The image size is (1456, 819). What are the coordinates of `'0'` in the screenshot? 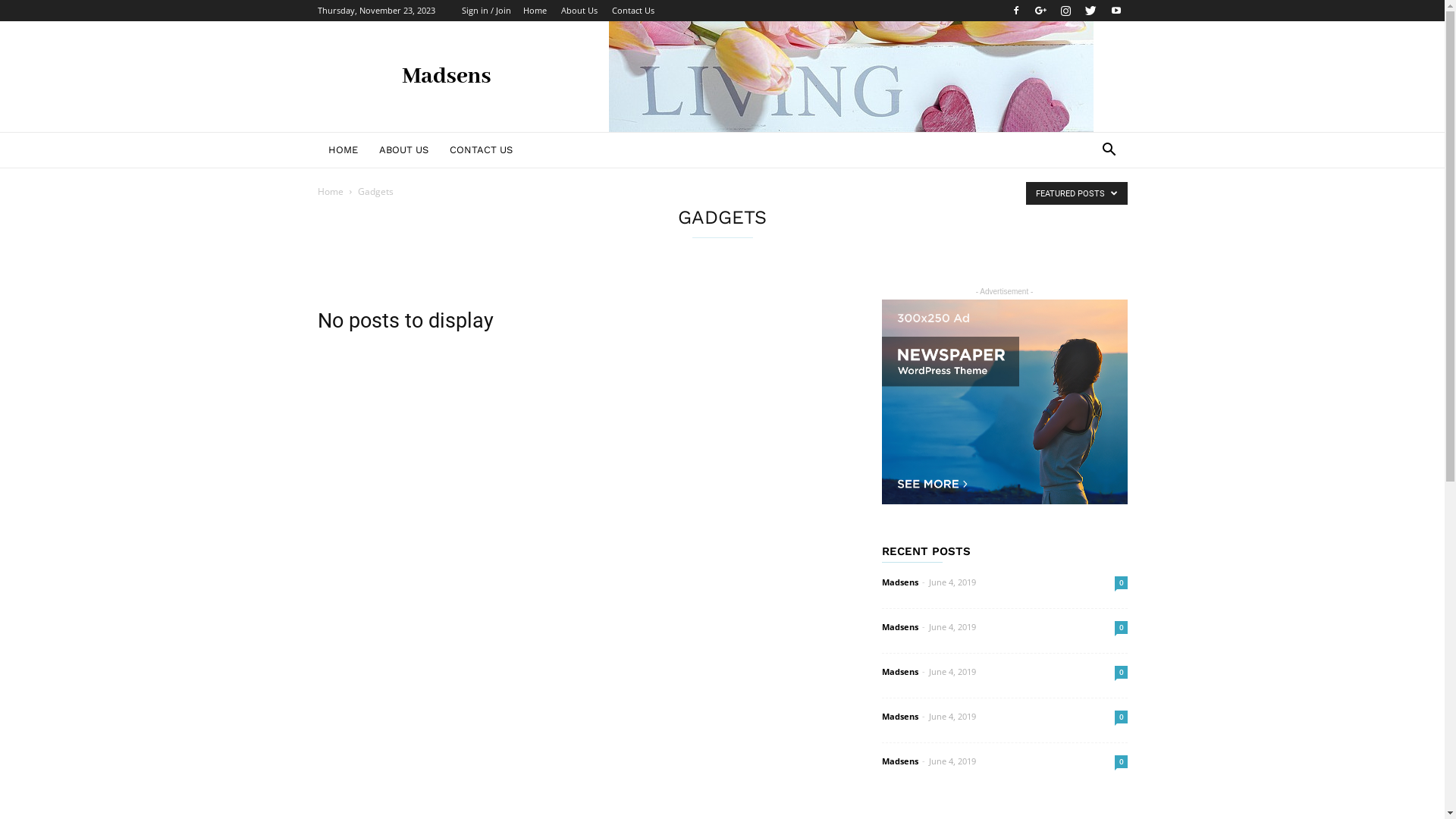 It's located at (1114, 582).